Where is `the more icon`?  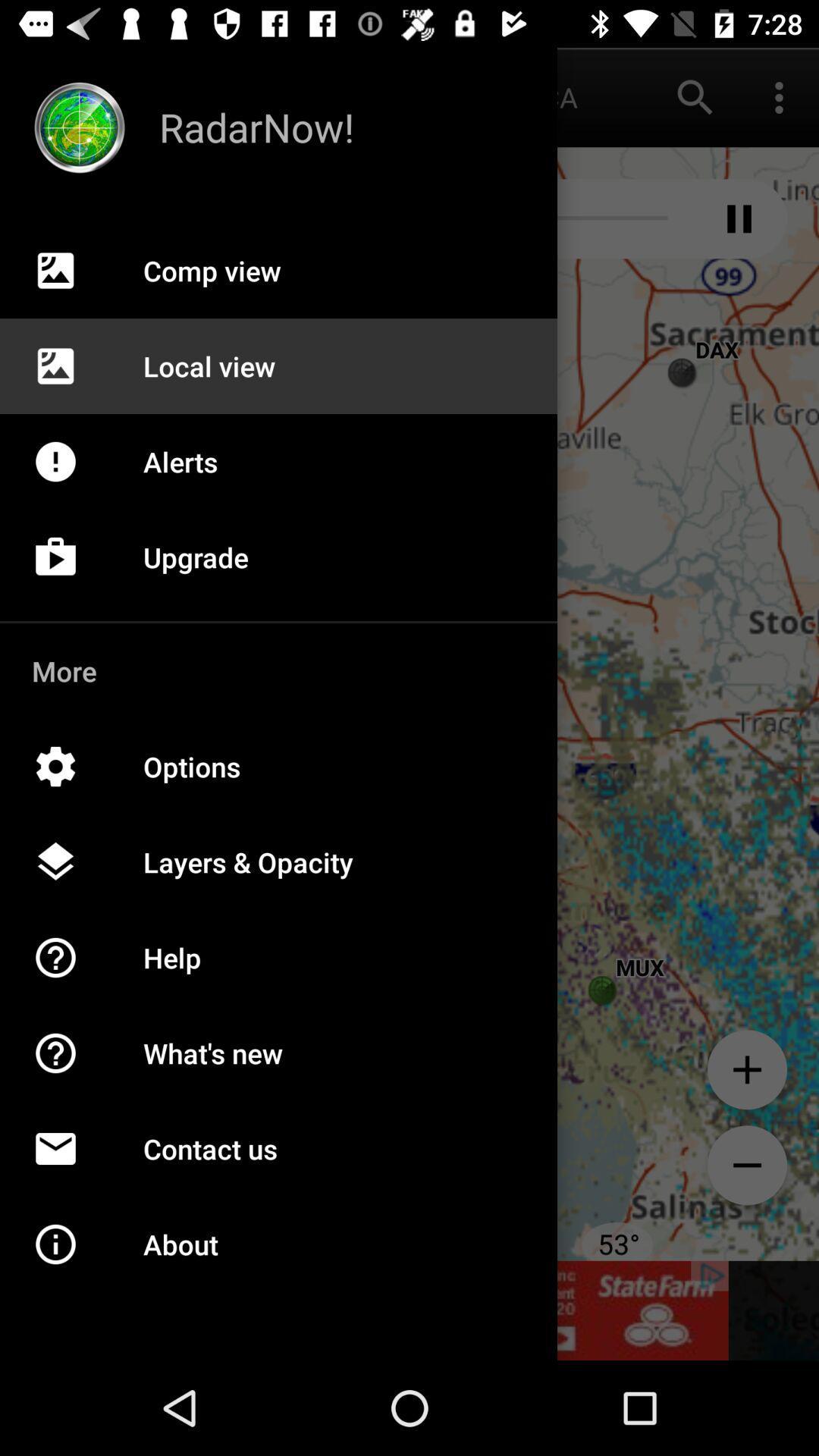
the more icon is located at coordinates (779, 96).